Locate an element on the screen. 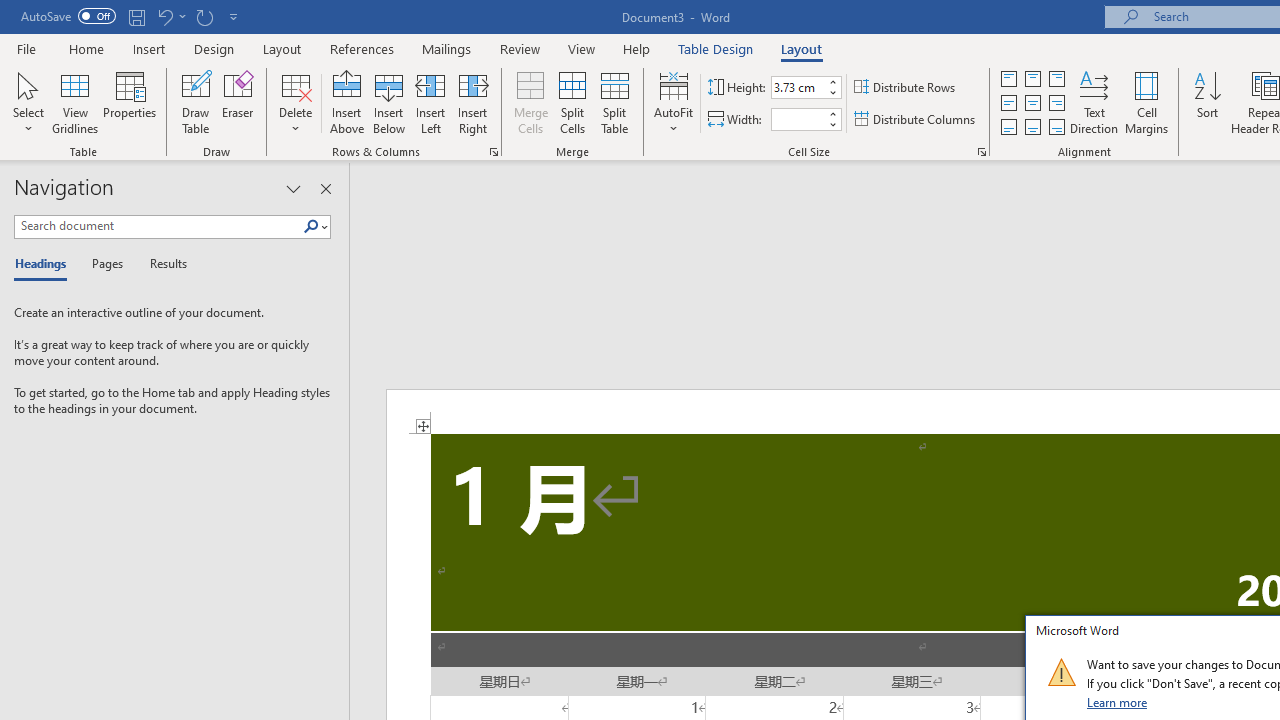 Image resolution: width=1280 pixels, height=720 pixels. 'Text Direction' is located at coordinates (1093, 103).